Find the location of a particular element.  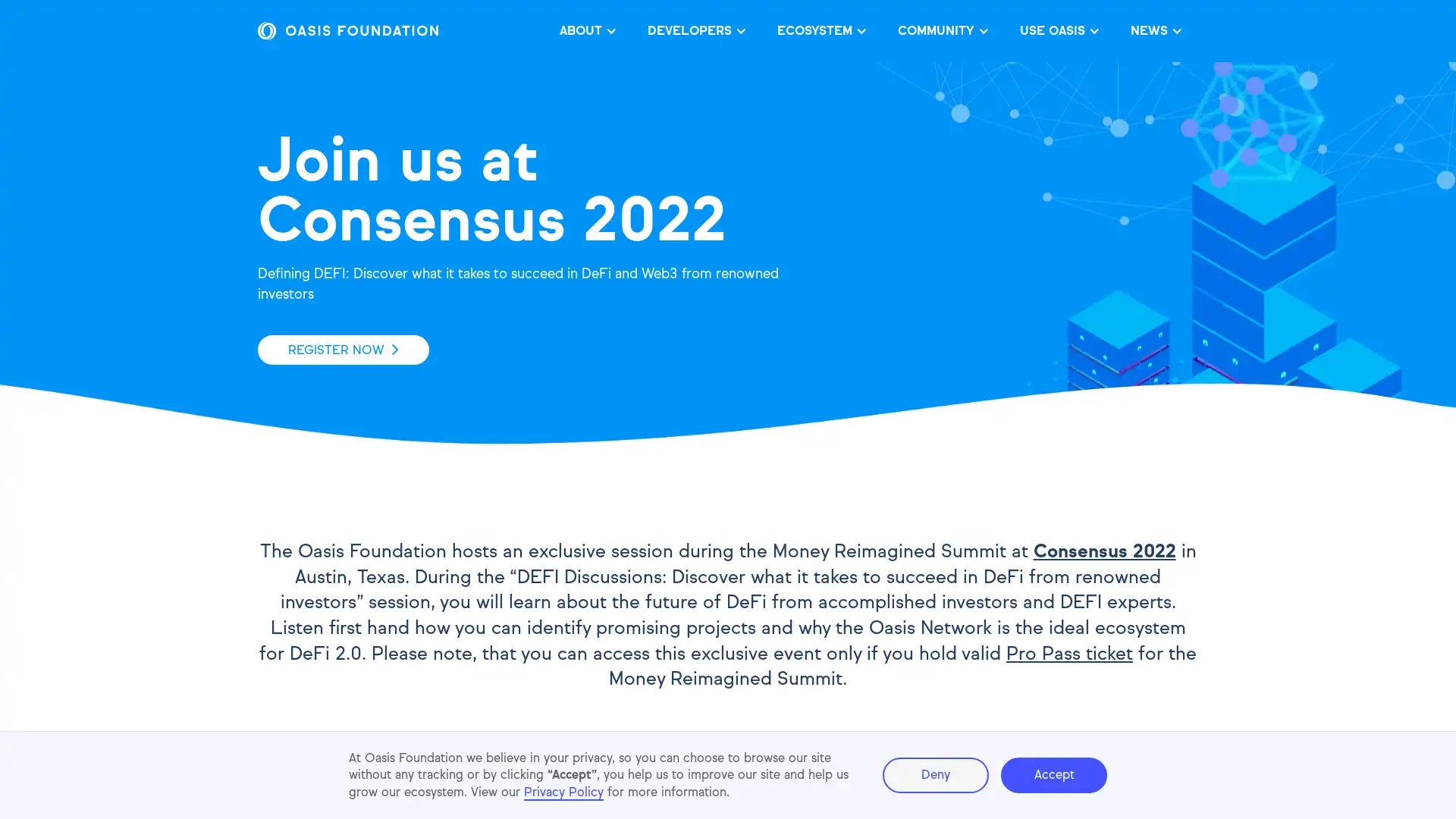

Accept is located at coordinates (1053, 775).